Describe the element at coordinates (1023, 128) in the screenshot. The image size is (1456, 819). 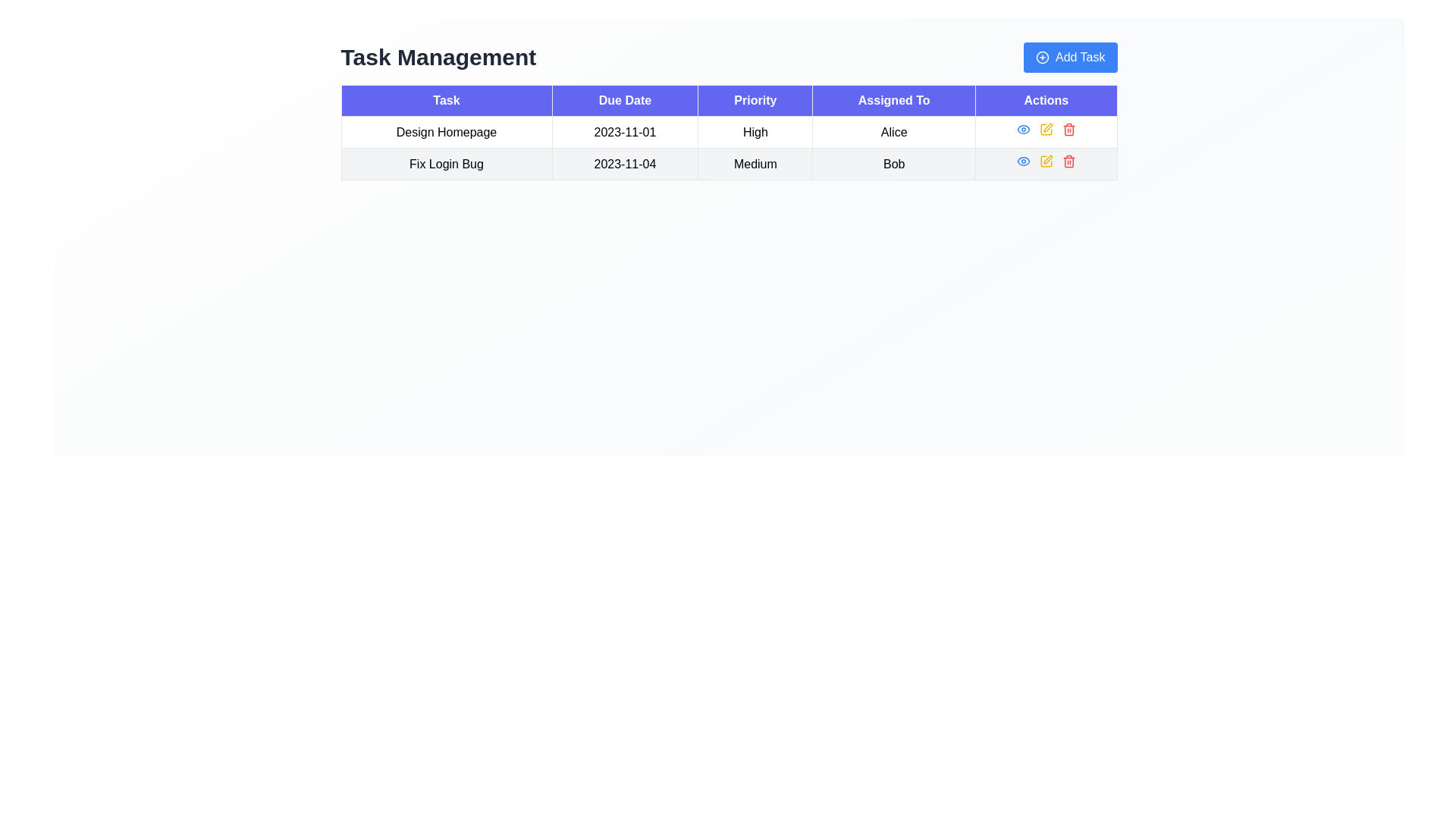
I see `the eye-shaped button icon in the 'Actions' column of the second row` at that location.